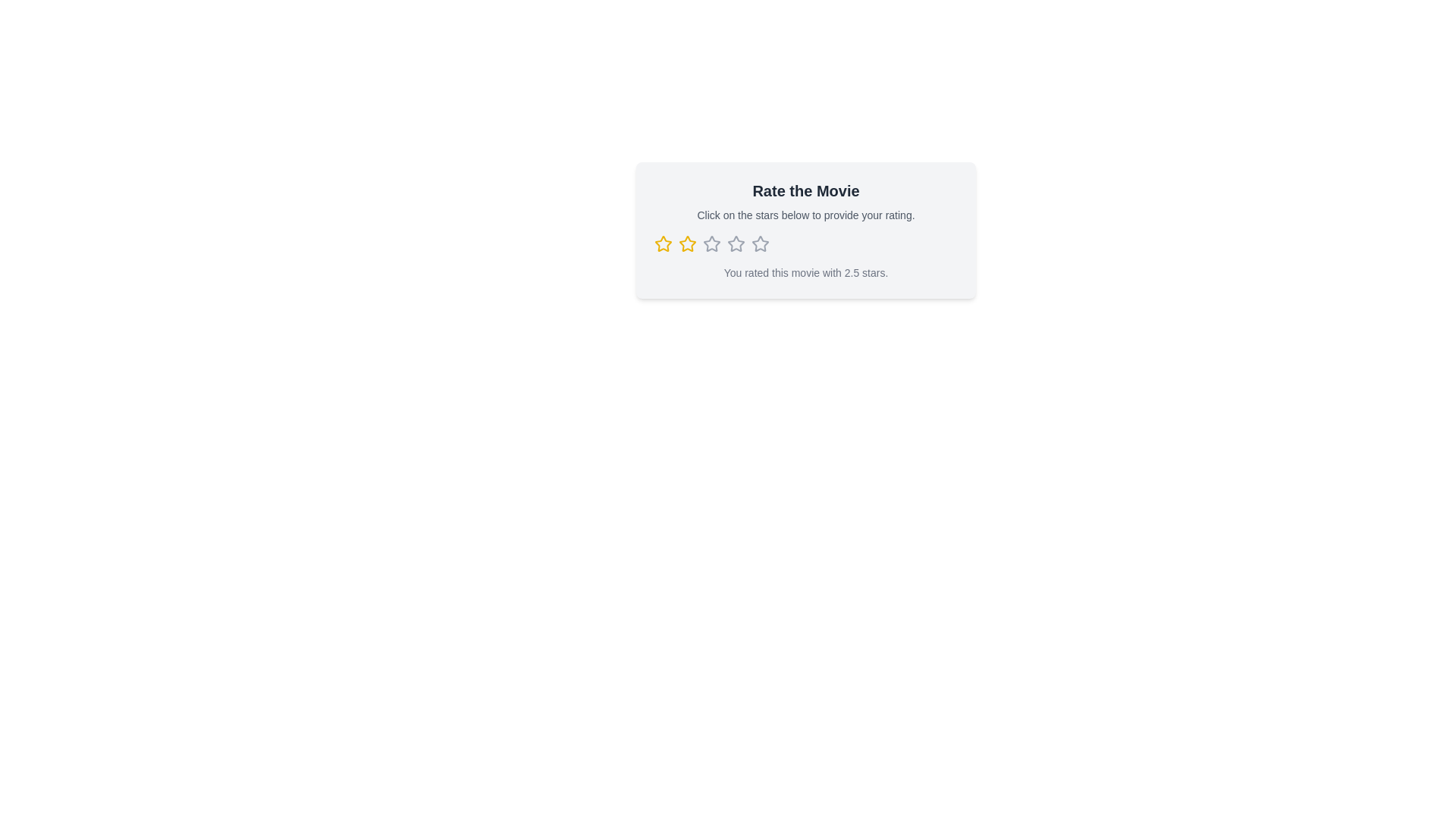 This screenshot has height=819, width=1456. I want to click on the third star in the horizontal sequence of five stars to provide a rating of three stars in the interactive rating system, so click(761, 243).